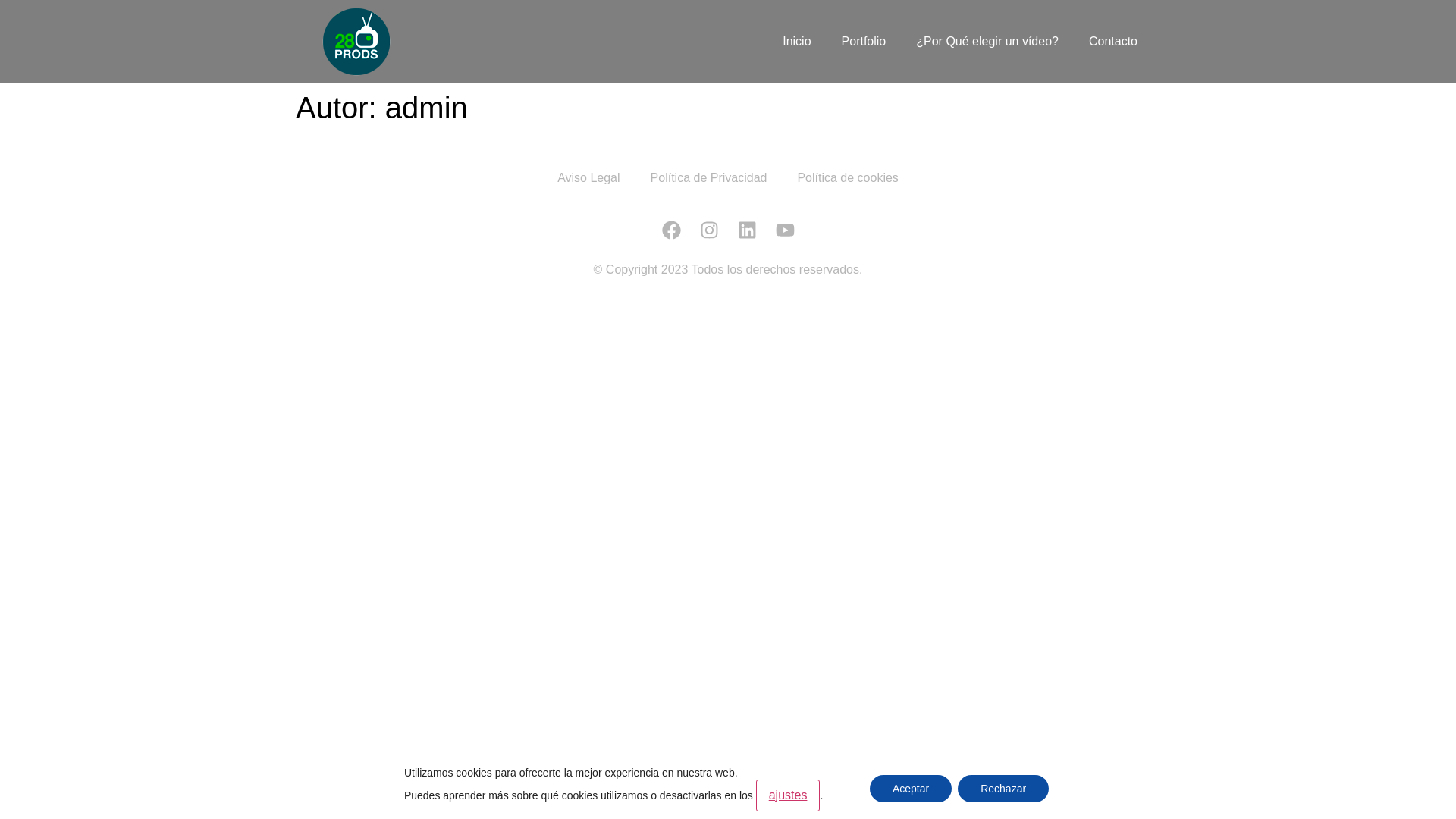 This screenshot has height=819, width=1456. Describe the element at coordinates (1113, 40) in the screenshot. I see `'Contacto'` at that location.